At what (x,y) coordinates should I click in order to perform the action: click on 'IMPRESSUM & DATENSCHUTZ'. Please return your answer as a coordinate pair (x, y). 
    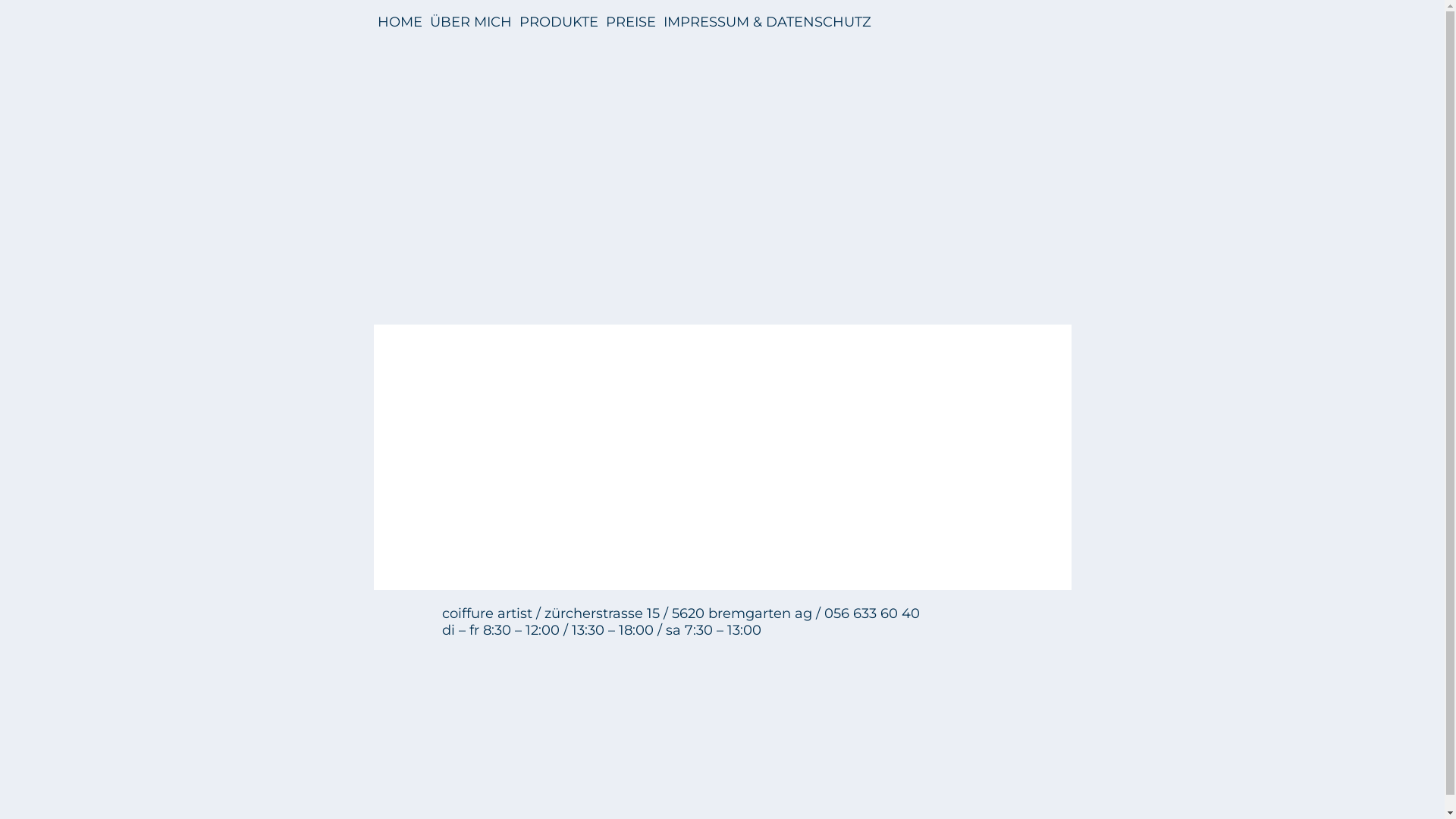
    Looking at the image, I should click on (767, 22).